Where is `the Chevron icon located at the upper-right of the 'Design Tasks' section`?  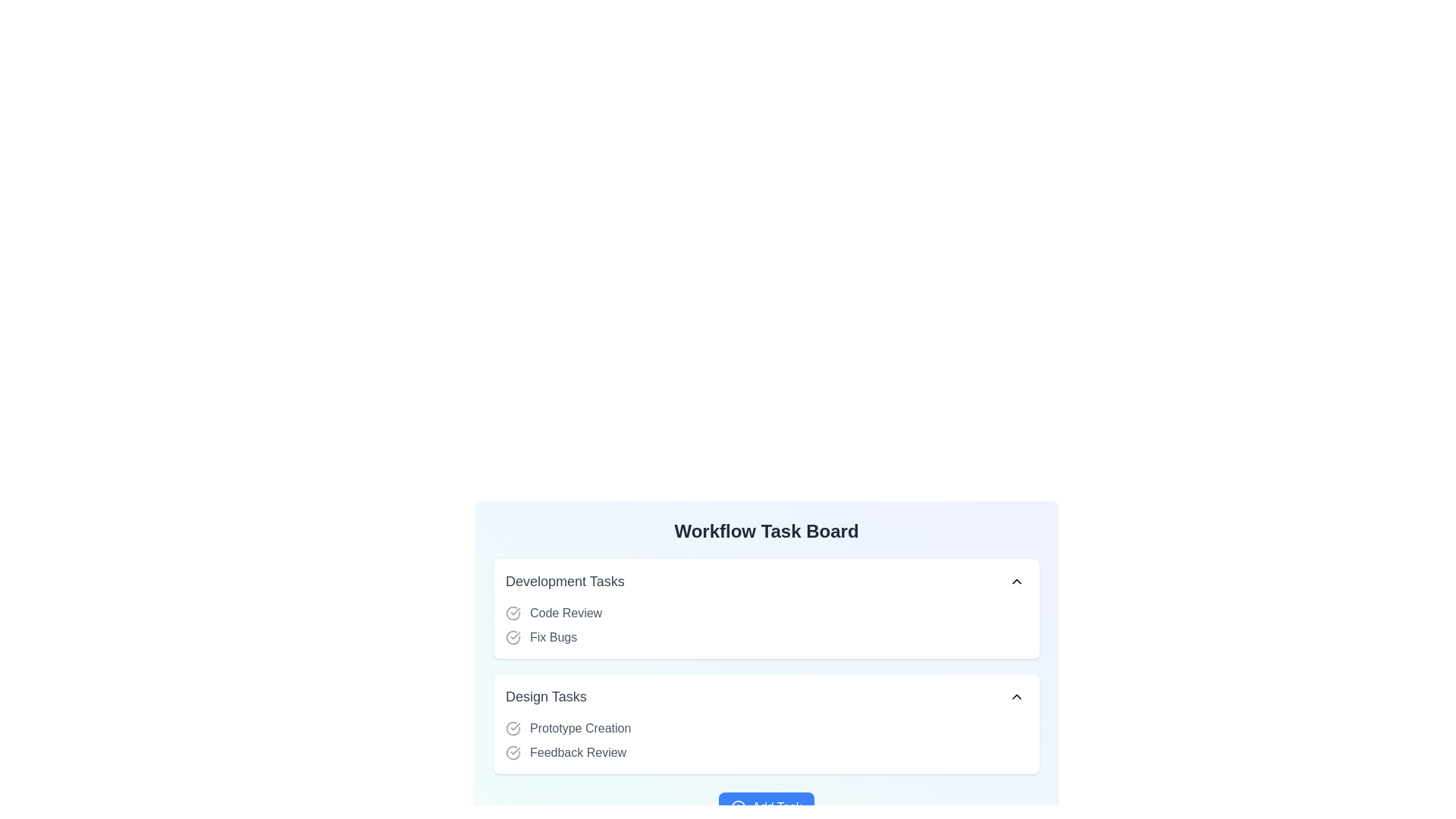 the Chevron icon located at the upper-right of the 'Design Tasks' section is located at coordinates (1016, 696).